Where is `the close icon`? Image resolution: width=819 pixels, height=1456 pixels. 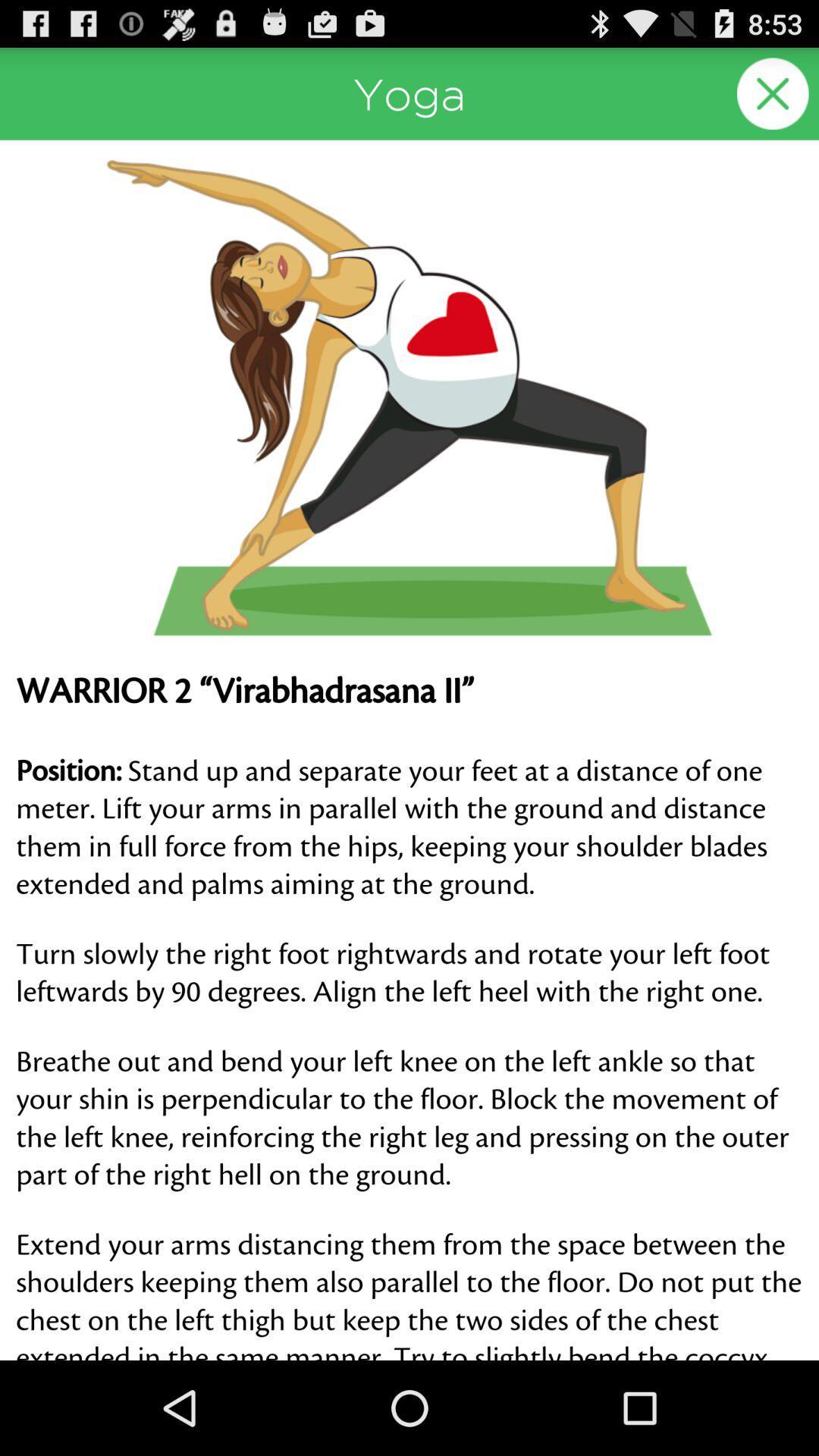
the close icon is located at coordinates (773, 99).